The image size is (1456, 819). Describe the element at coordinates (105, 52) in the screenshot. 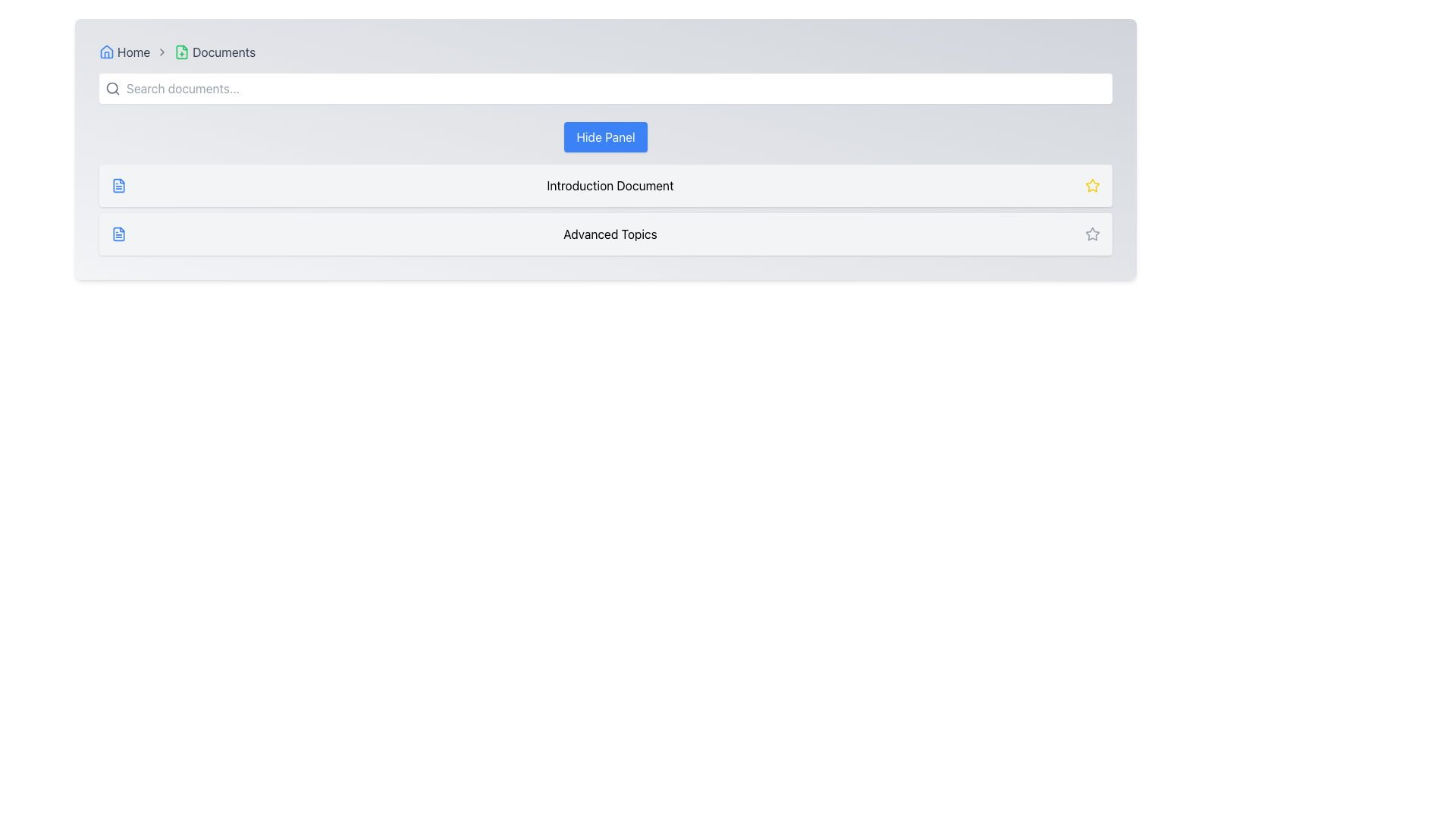

I see `the house-shaped icon with a blue-tinted outline in the breadcrumb navigation bar` at that location.